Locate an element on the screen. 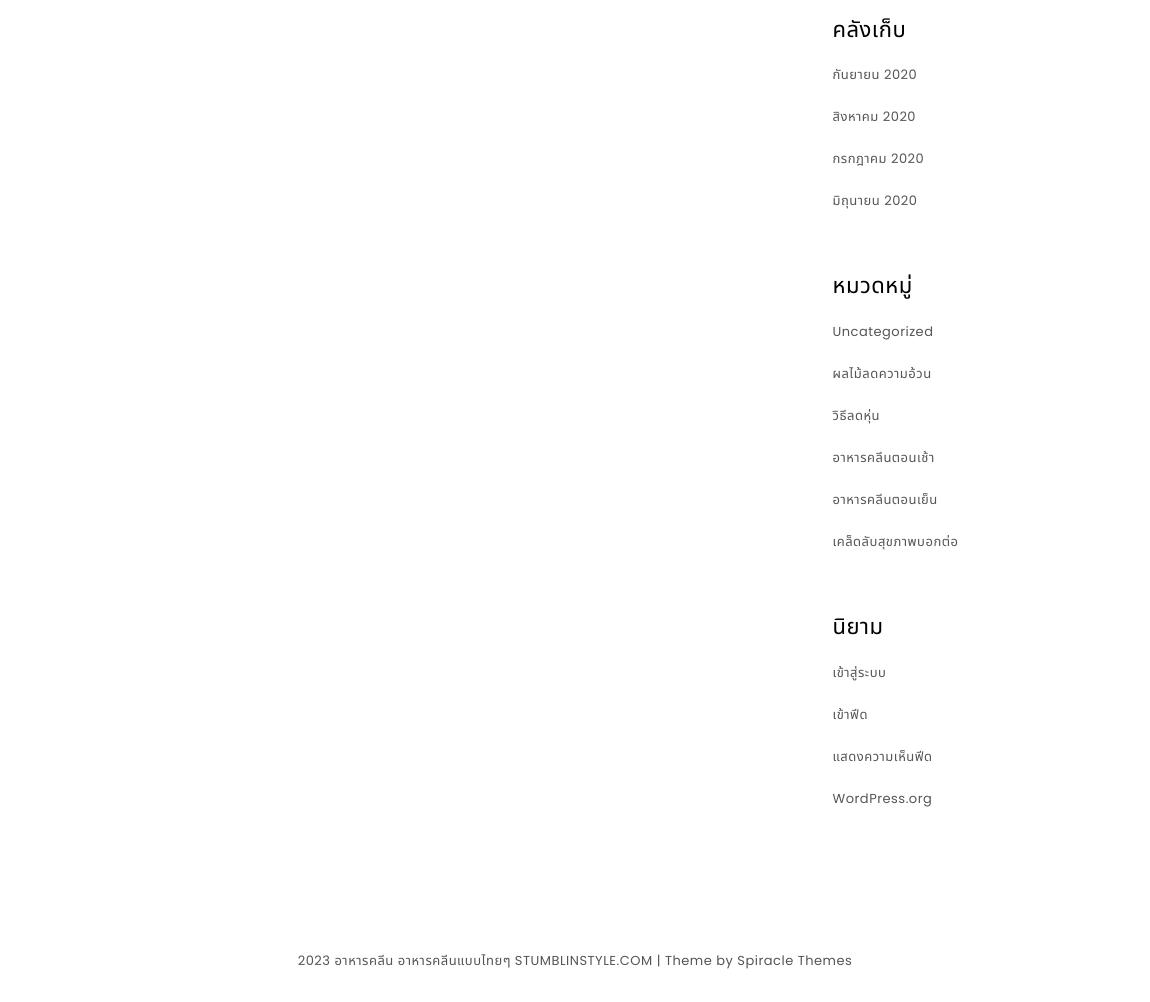  'กันยายน 2020' is located at coordinates (874, 74).